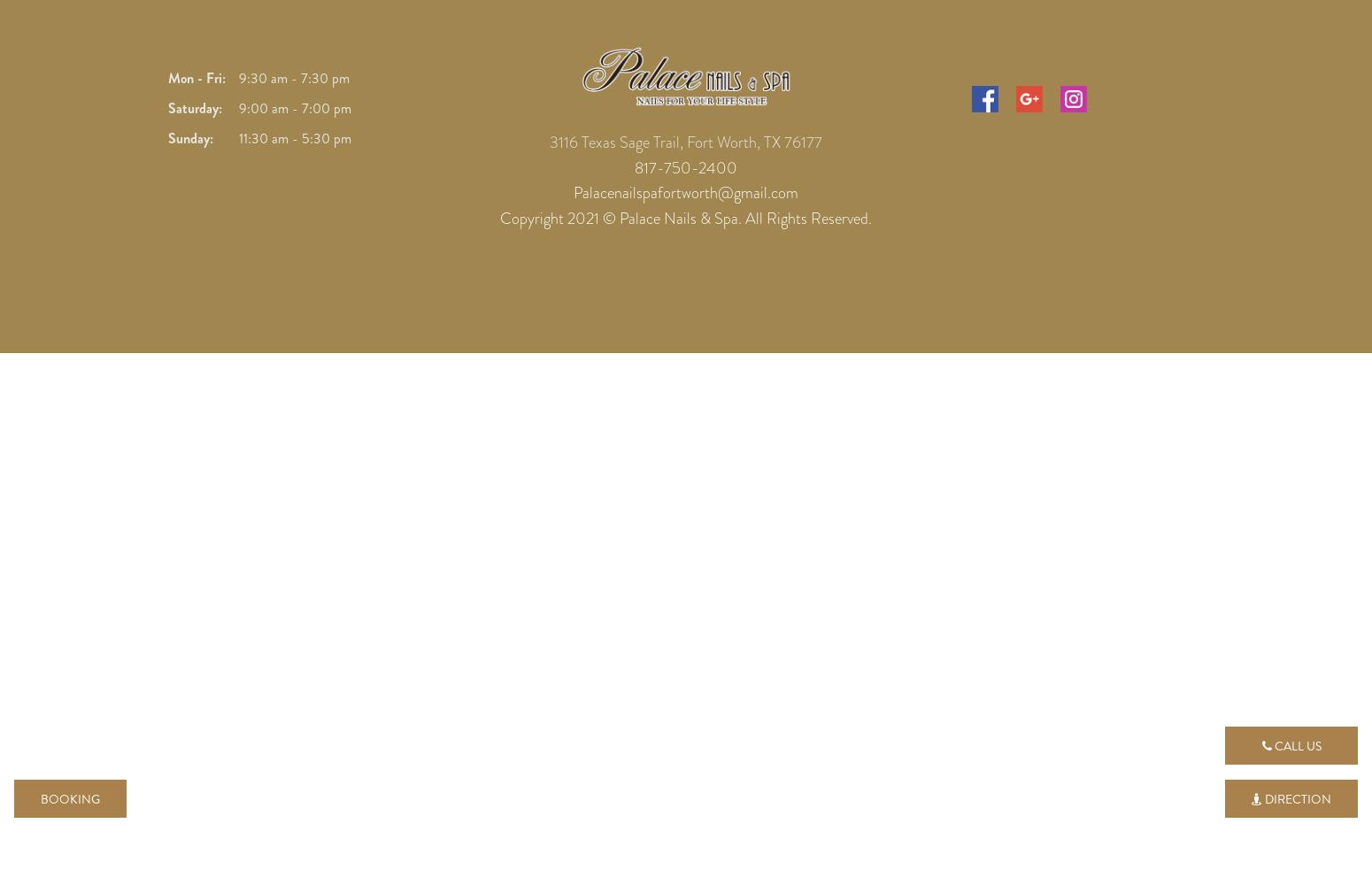  I want to click on 'Saturday:', so click(194, 106).